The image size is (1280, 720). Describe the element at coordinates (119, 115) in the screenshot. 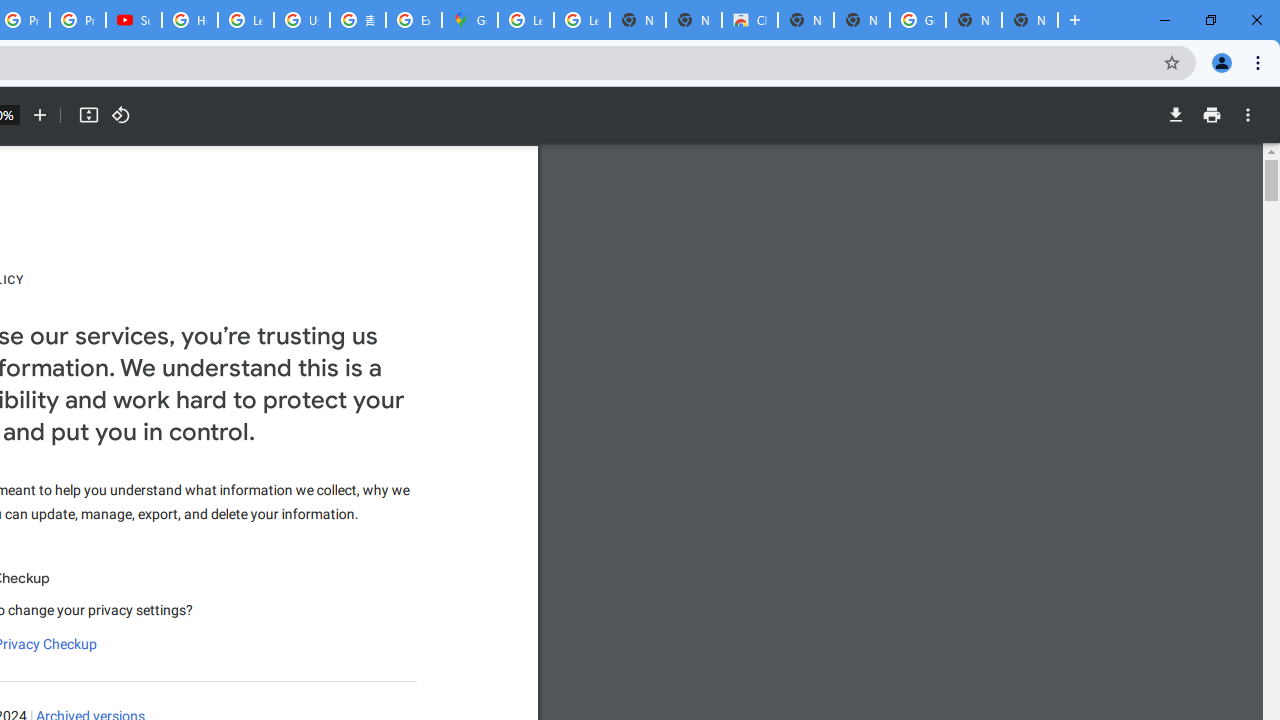

I see `'Rotate counterclockwise'` at that location.